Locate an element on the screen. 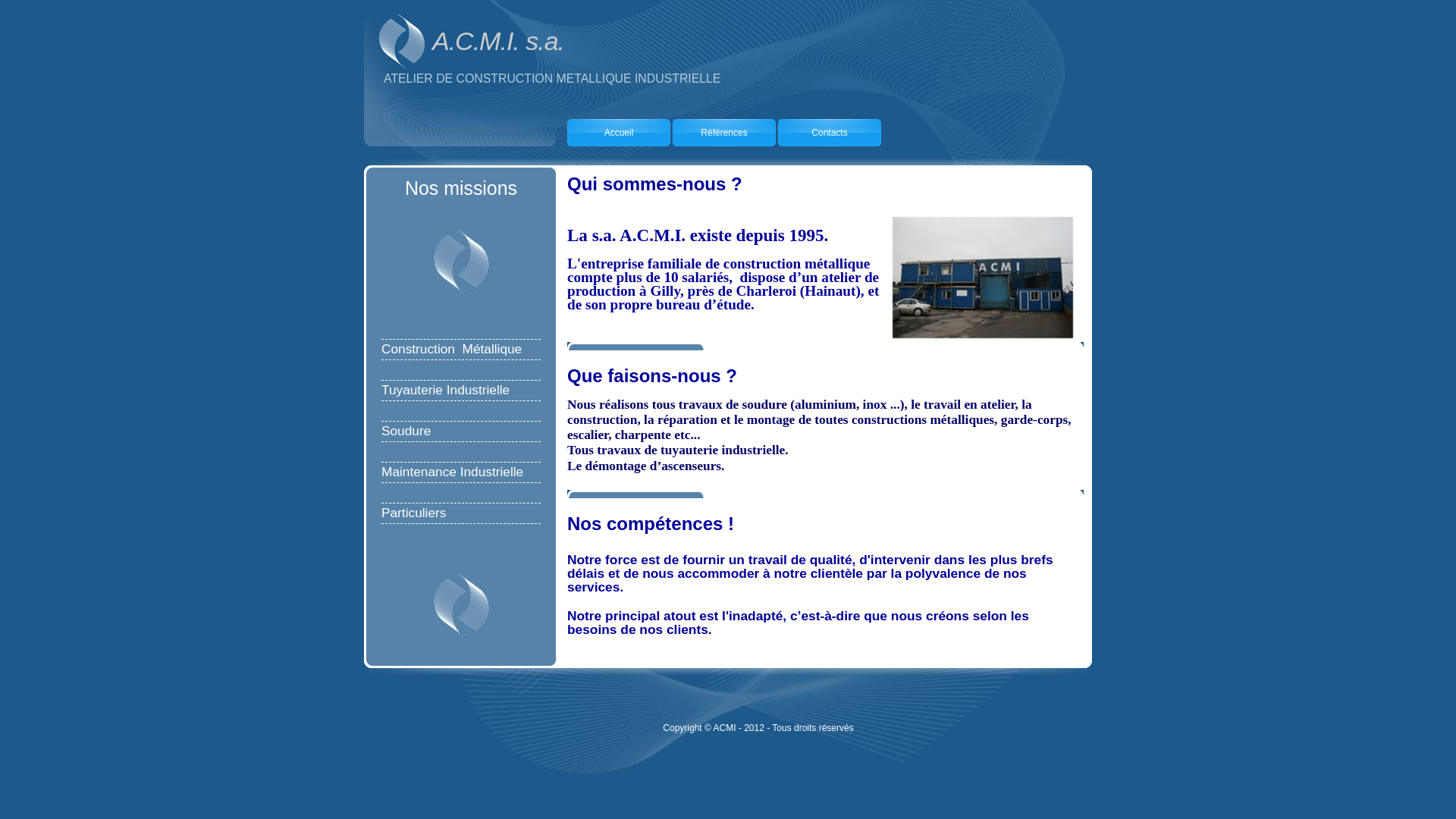  'Soudure' is located at coordinates (381, 431).